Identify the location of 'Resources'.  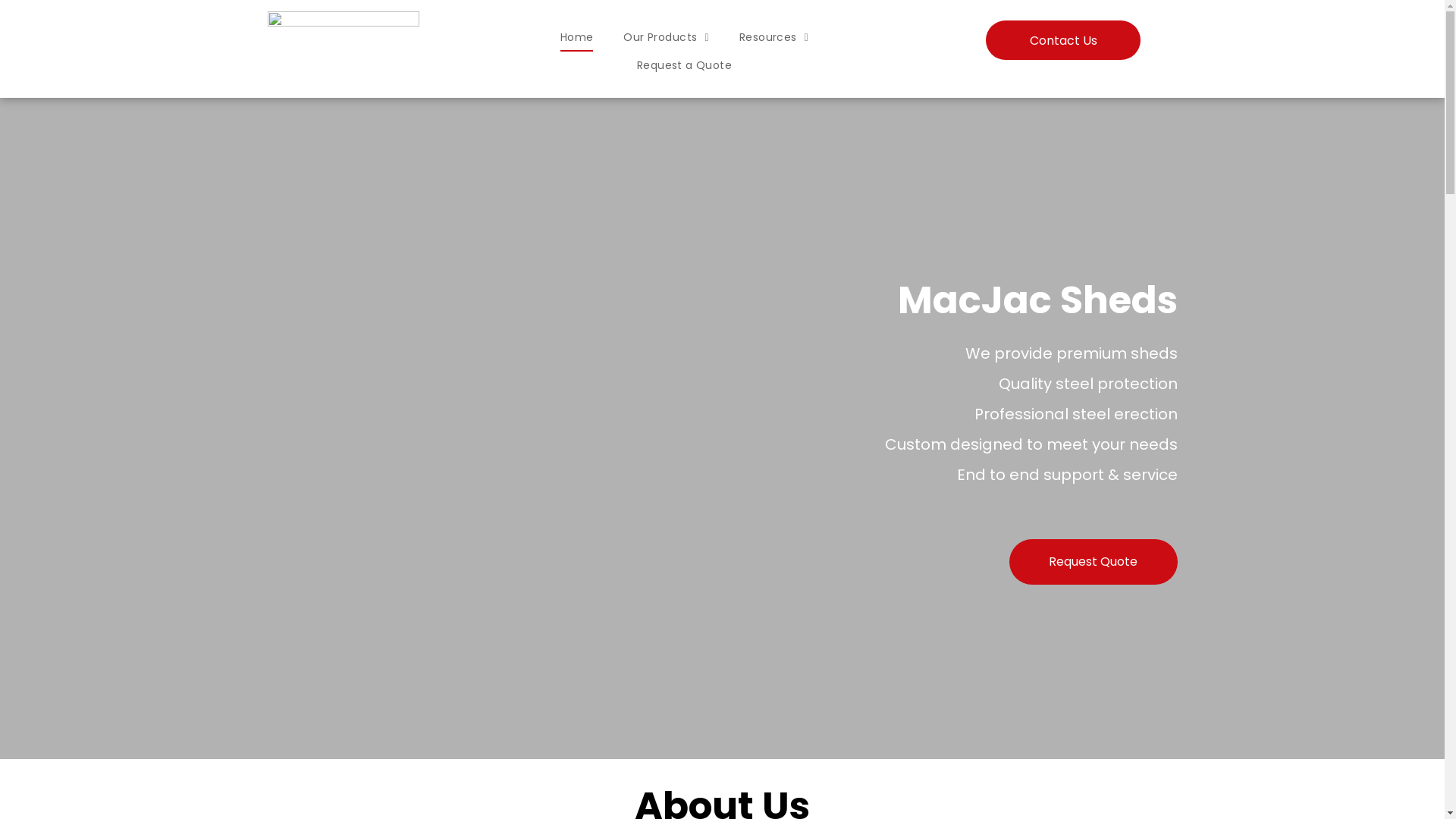
(773, 36).